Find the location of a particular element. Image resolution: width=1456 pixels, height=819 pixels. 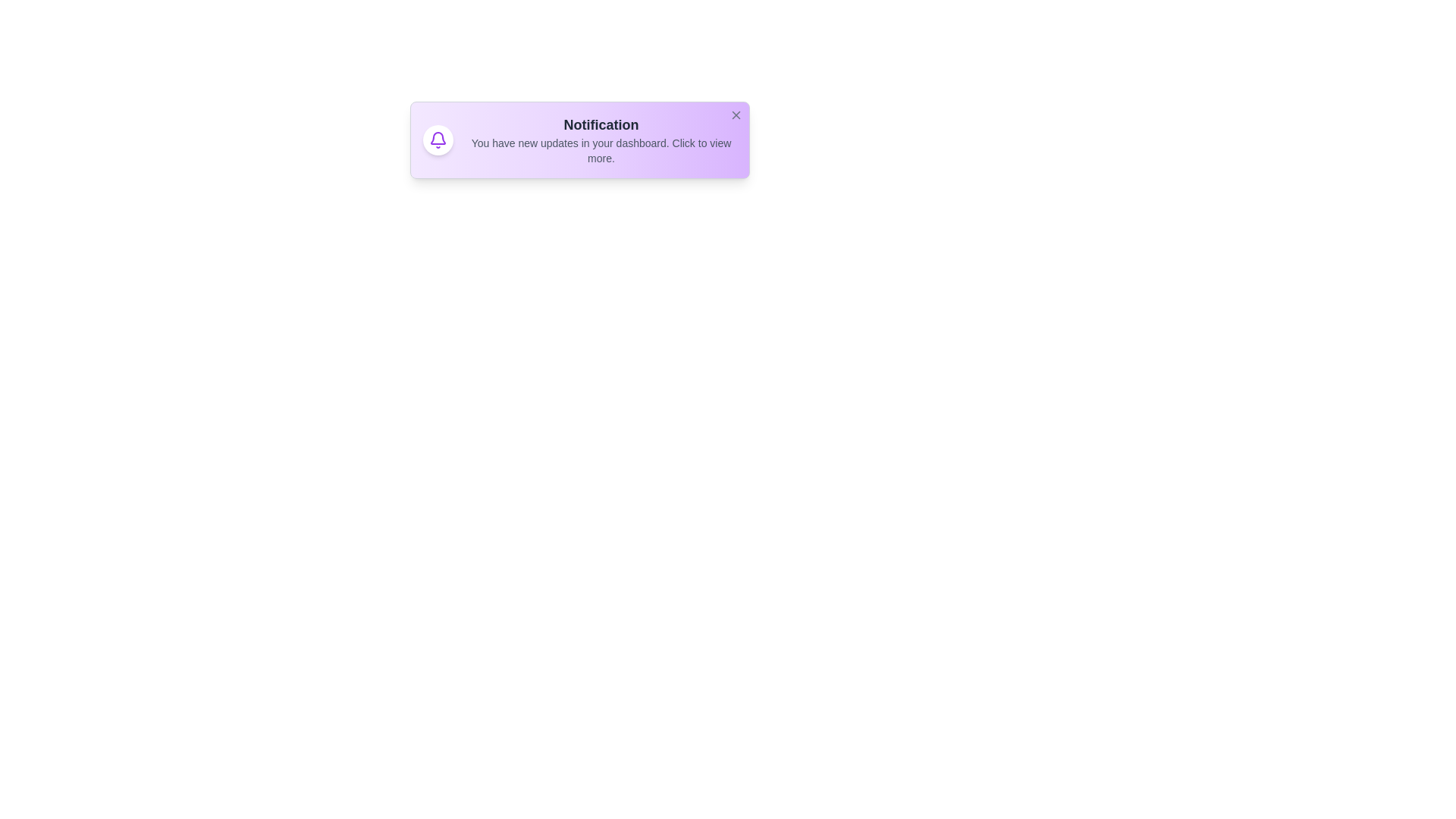

the cross-shaped close icon located at the top right corner of the notification card is located at coordinates (736, 114).